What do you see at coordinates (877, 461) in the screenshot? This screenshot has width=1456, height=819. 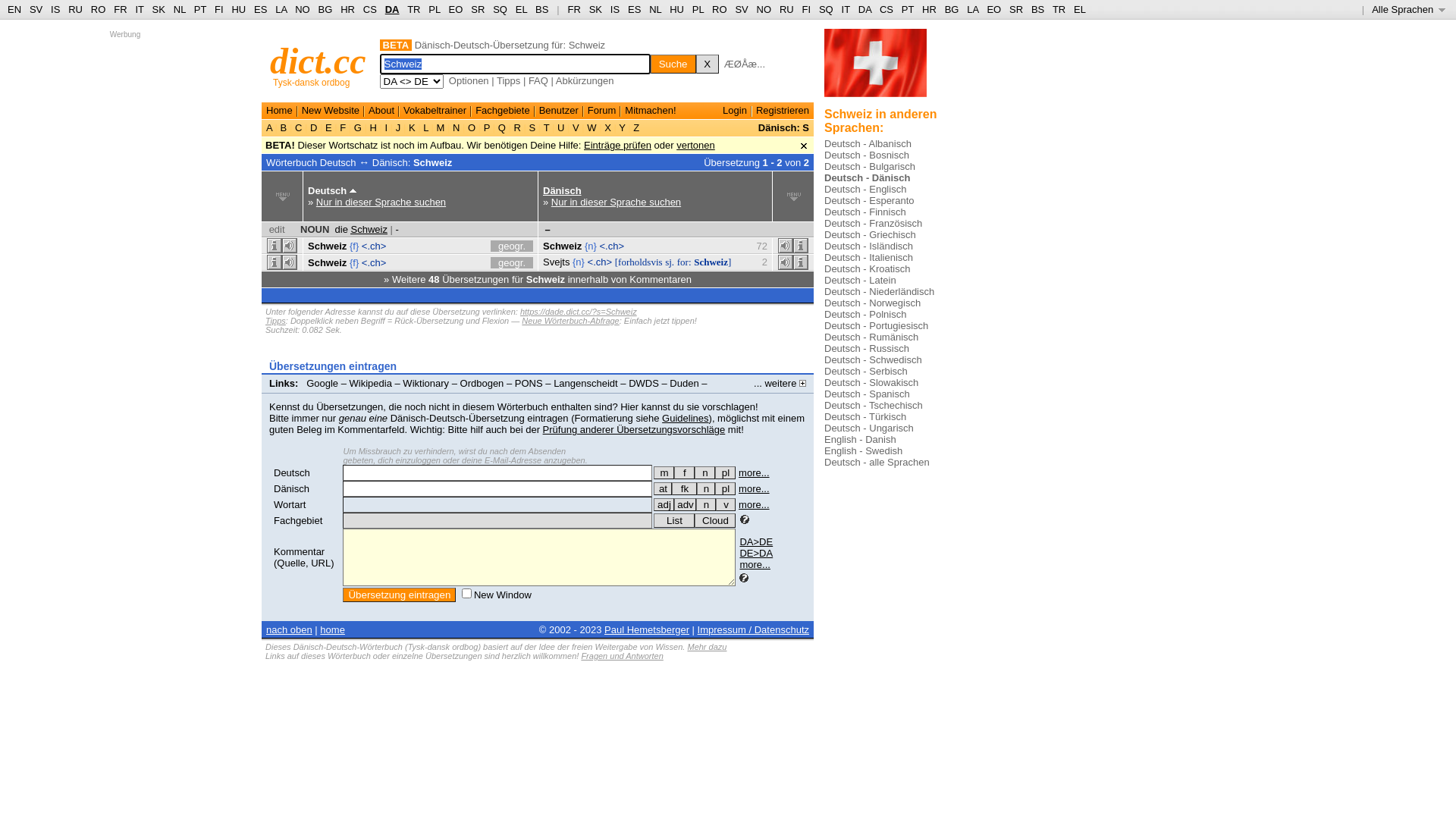 I see `'Deutsch - alle Sprachen'` at bounding box center [877, 461].